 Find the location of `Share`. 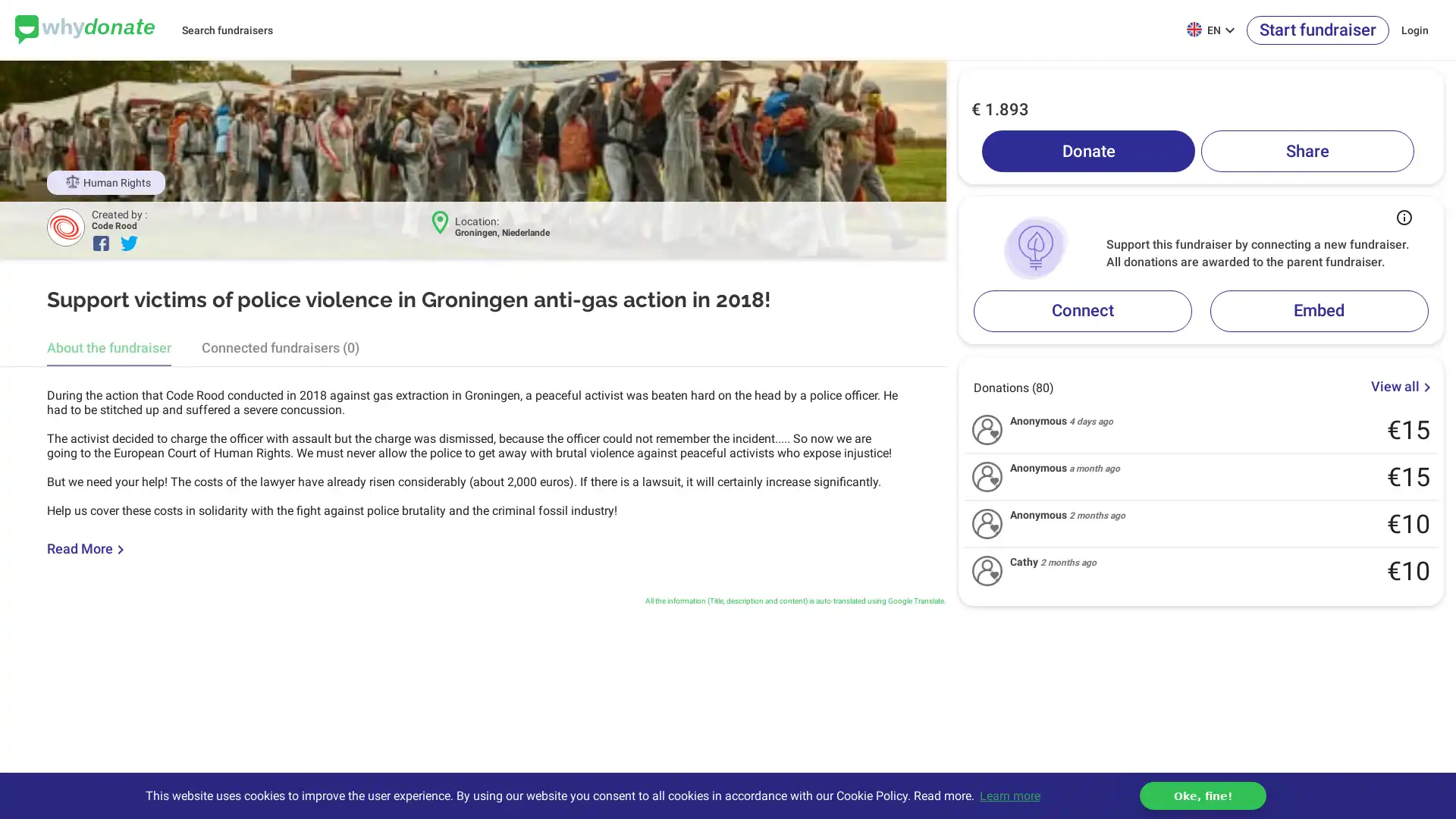

Share is located at coordinates (1306, 151).